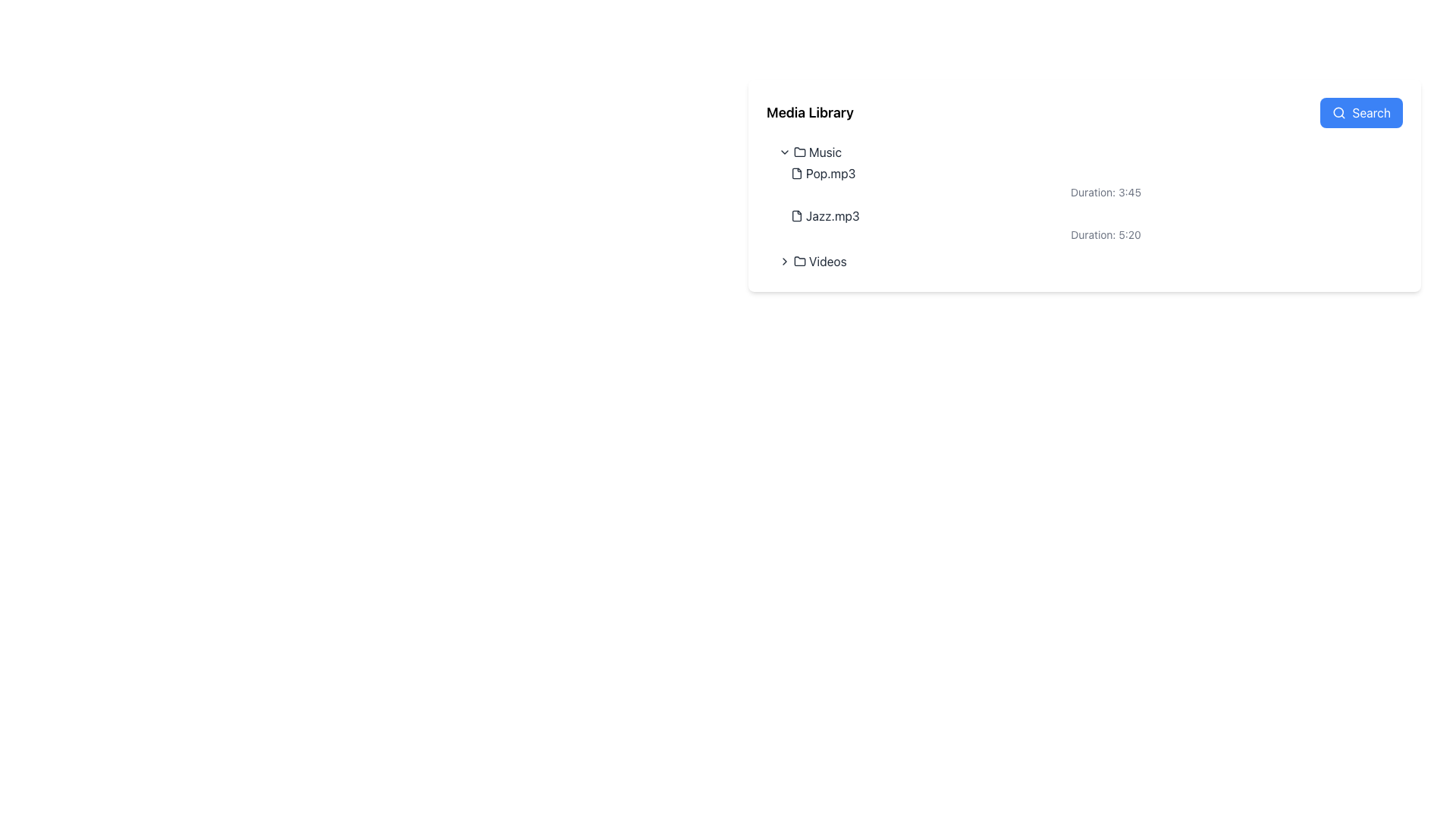 Image resolution: width=1456 pixels, height=819 pixels. I want to click on the file icon representing 'Jazz.mp3', so click(796, 216).